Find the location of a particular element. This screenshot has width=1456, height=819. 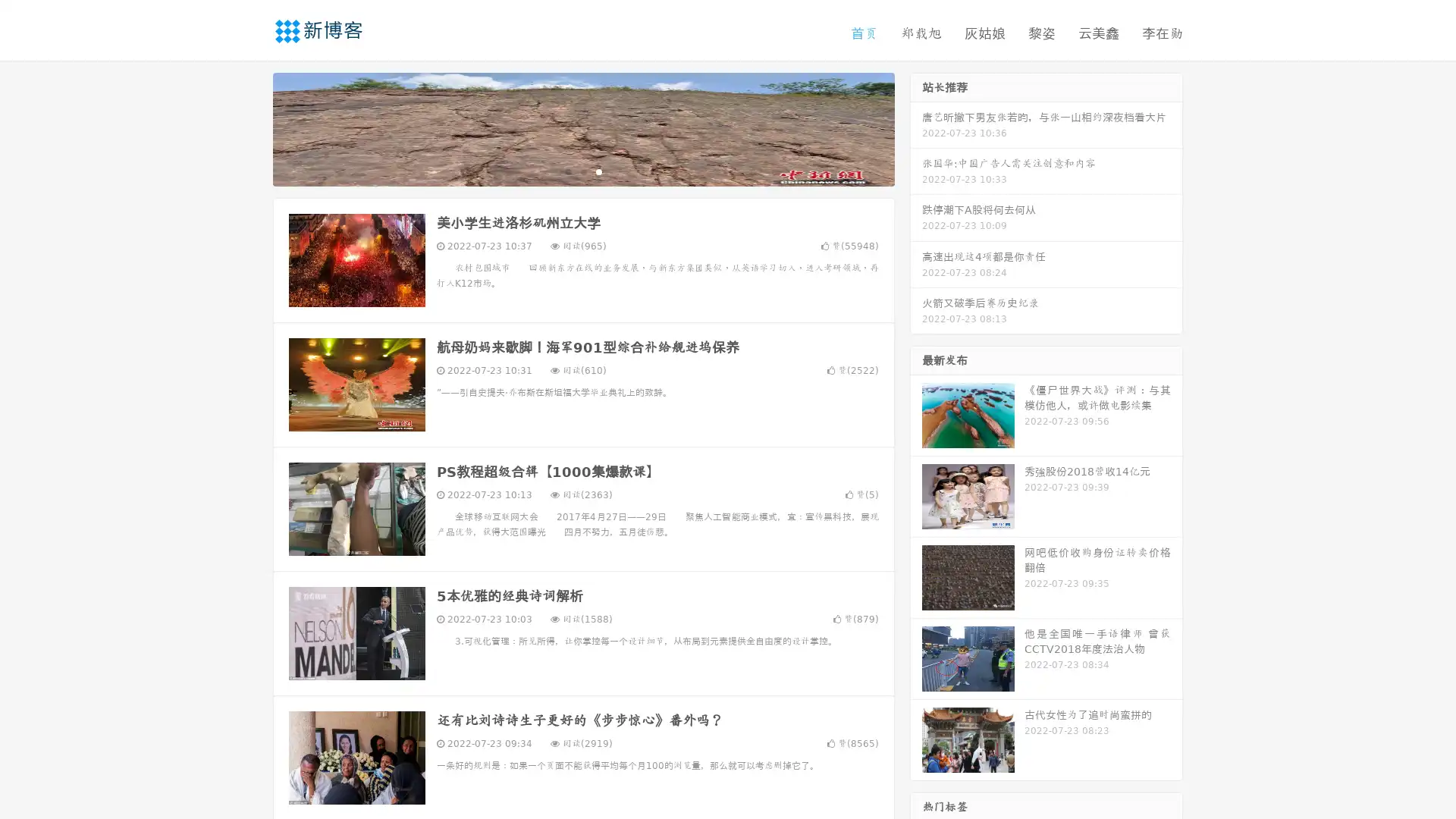

Next slide is located at coordinates (916, 127).